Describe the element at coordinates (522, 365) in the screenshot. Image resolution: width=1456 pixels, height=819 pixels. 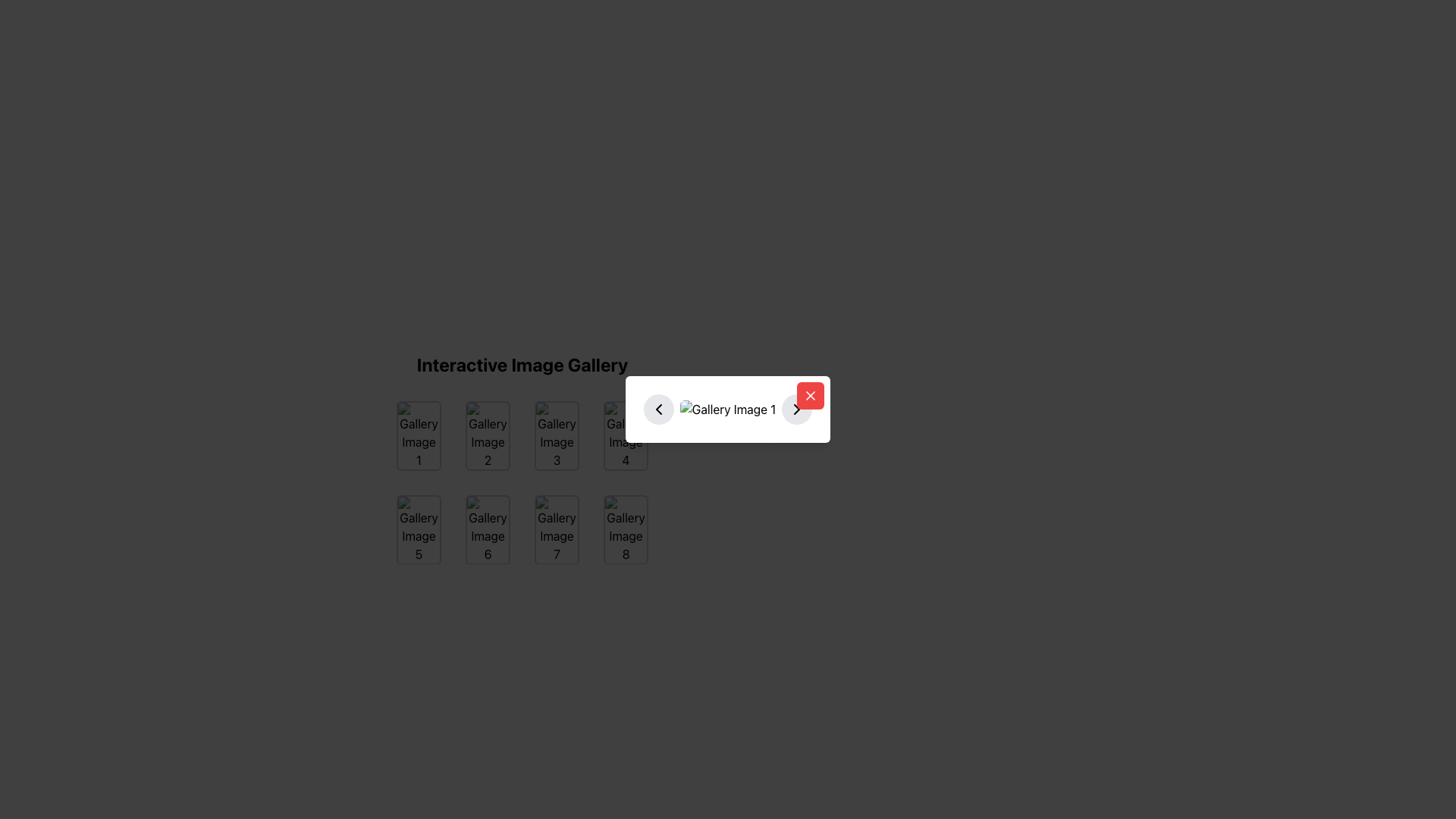
I see `the title element of the image gallery` at that location.